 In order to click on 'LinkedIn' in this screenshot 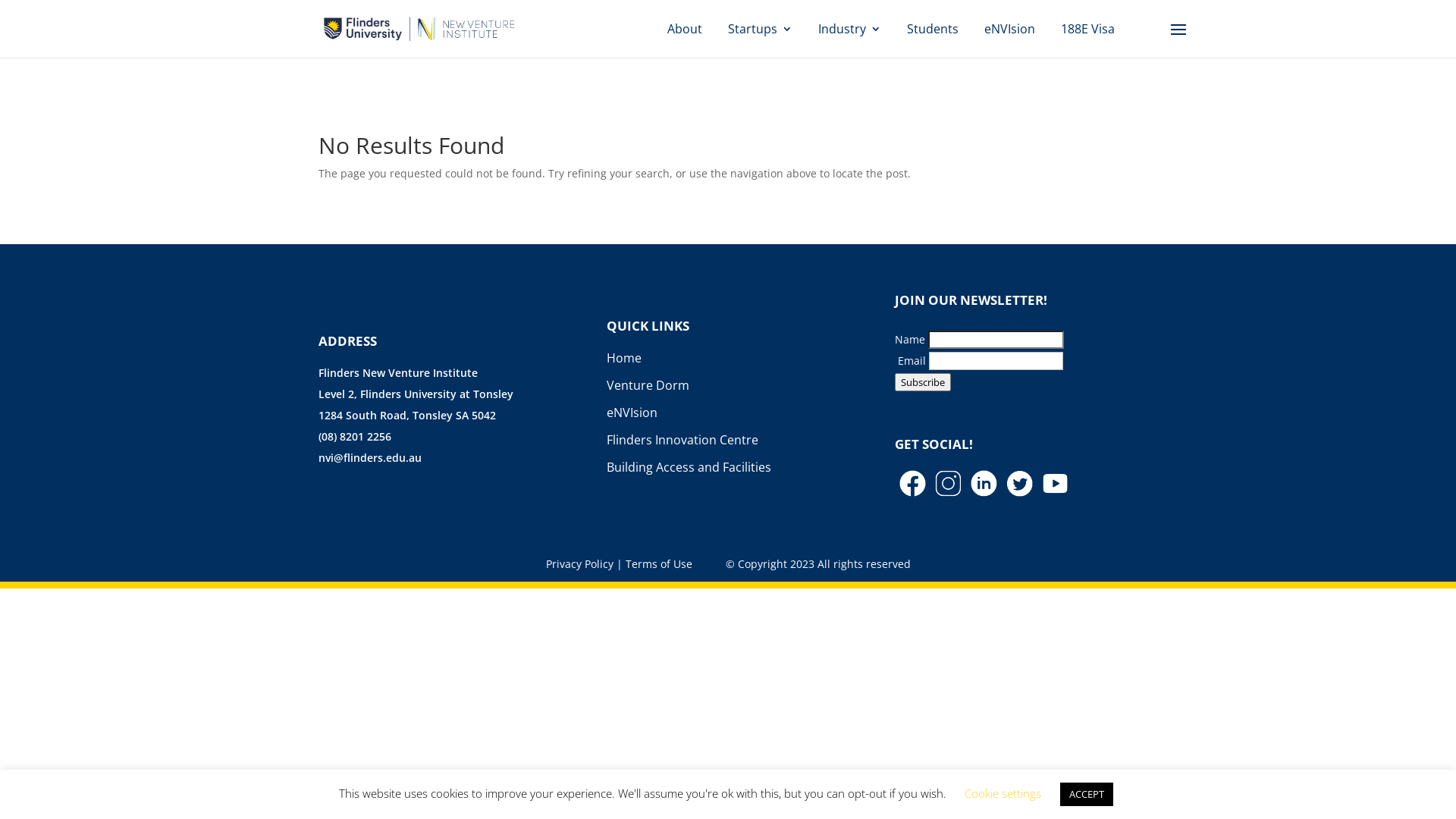, I will do `click(984, 483)`.